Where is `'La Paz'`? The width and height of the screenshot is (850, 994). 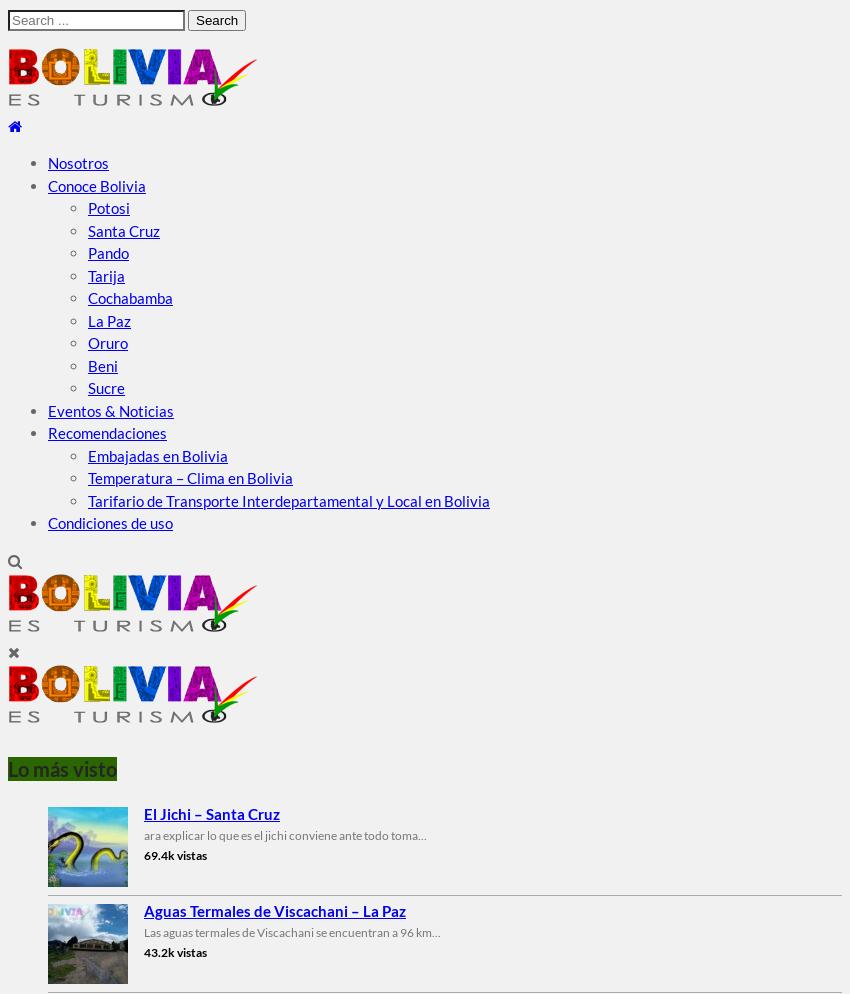 'La Paz' is located at coordinates (108, 319).